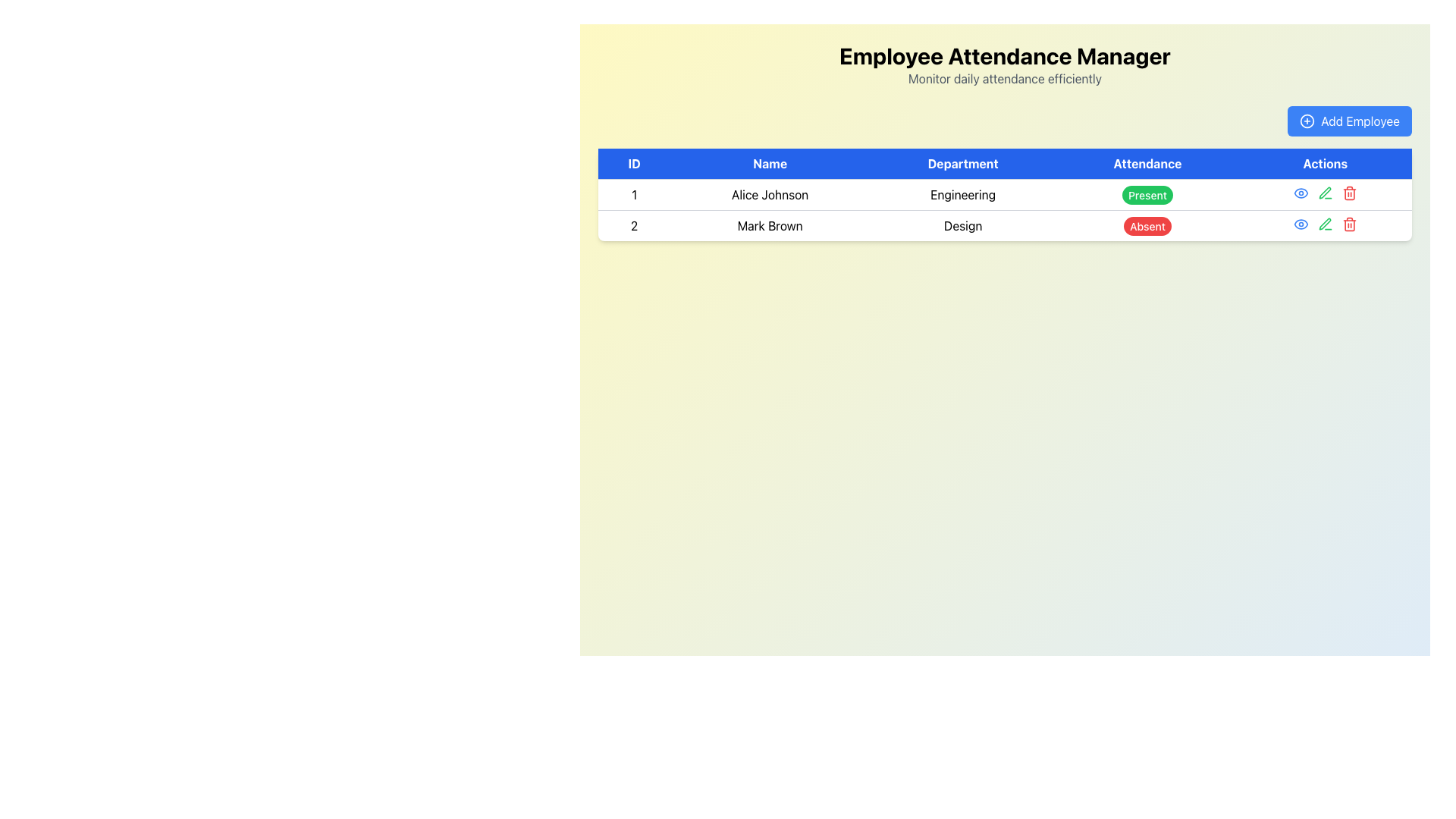  What do you see at coordinates (1349, 224) in the screenshot?
I see `the red trash bin icon in the 'Actions' column of the second row` at bounding box center [1349, 224].